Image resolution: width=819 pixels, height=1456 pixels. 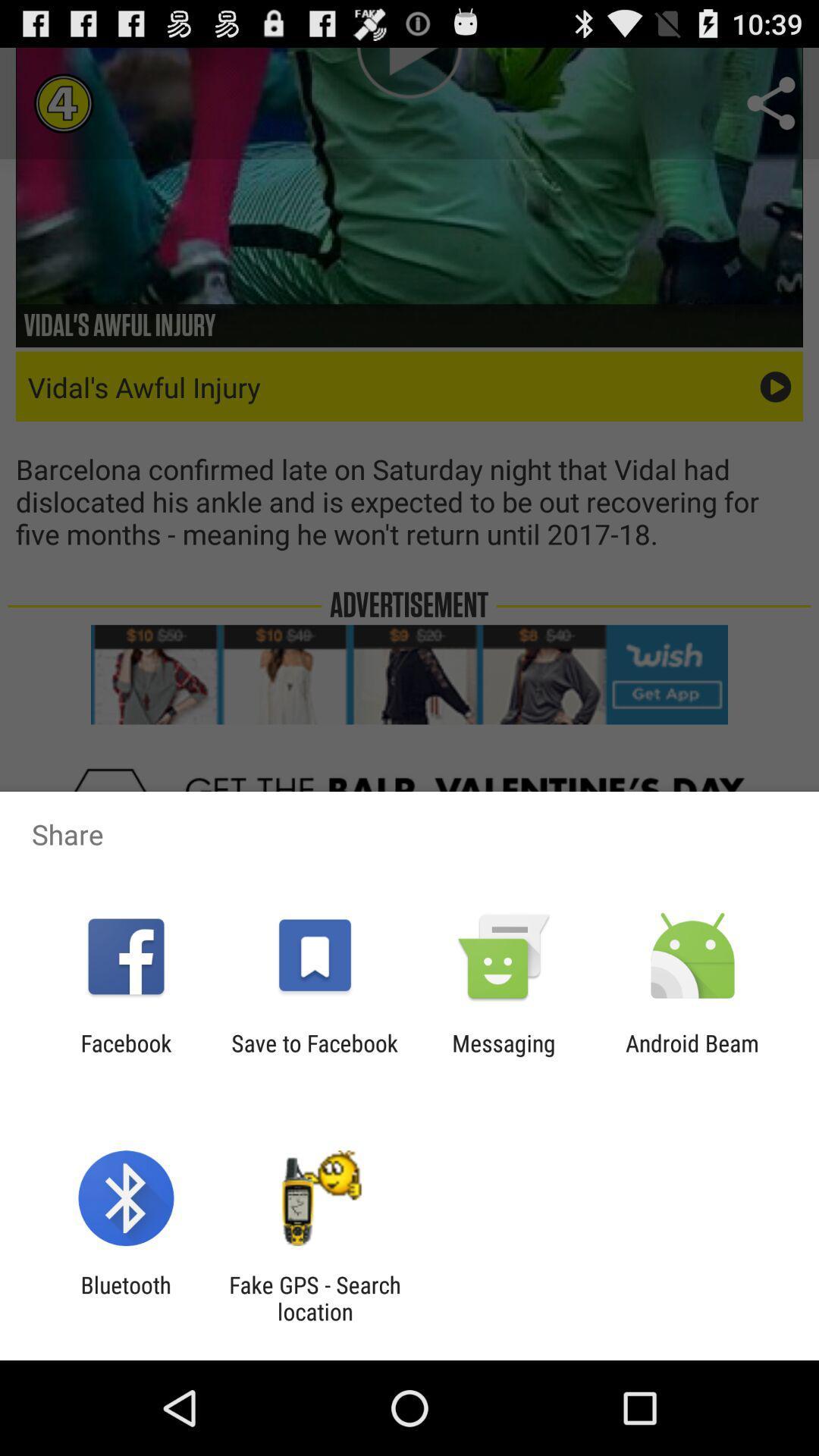 What do you see at coordinates (314, 1056) in the screenshot?
I see `icon next to facebook item` at bounding box center [314, 1056].